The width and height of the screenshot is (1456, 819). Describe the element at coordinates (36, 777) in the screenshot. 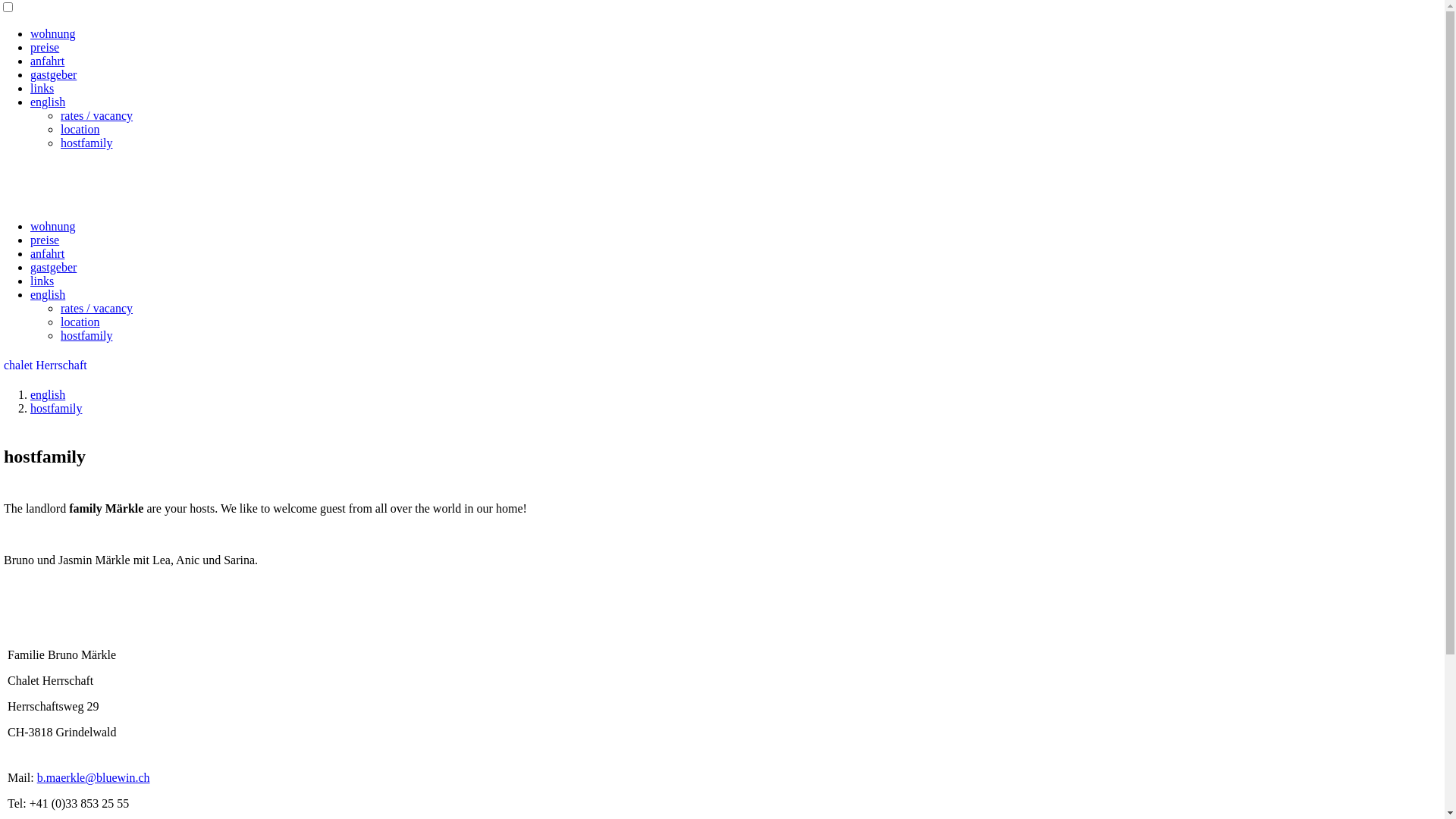

I see `'b.maerkle@bluewin.ch'` at that location.